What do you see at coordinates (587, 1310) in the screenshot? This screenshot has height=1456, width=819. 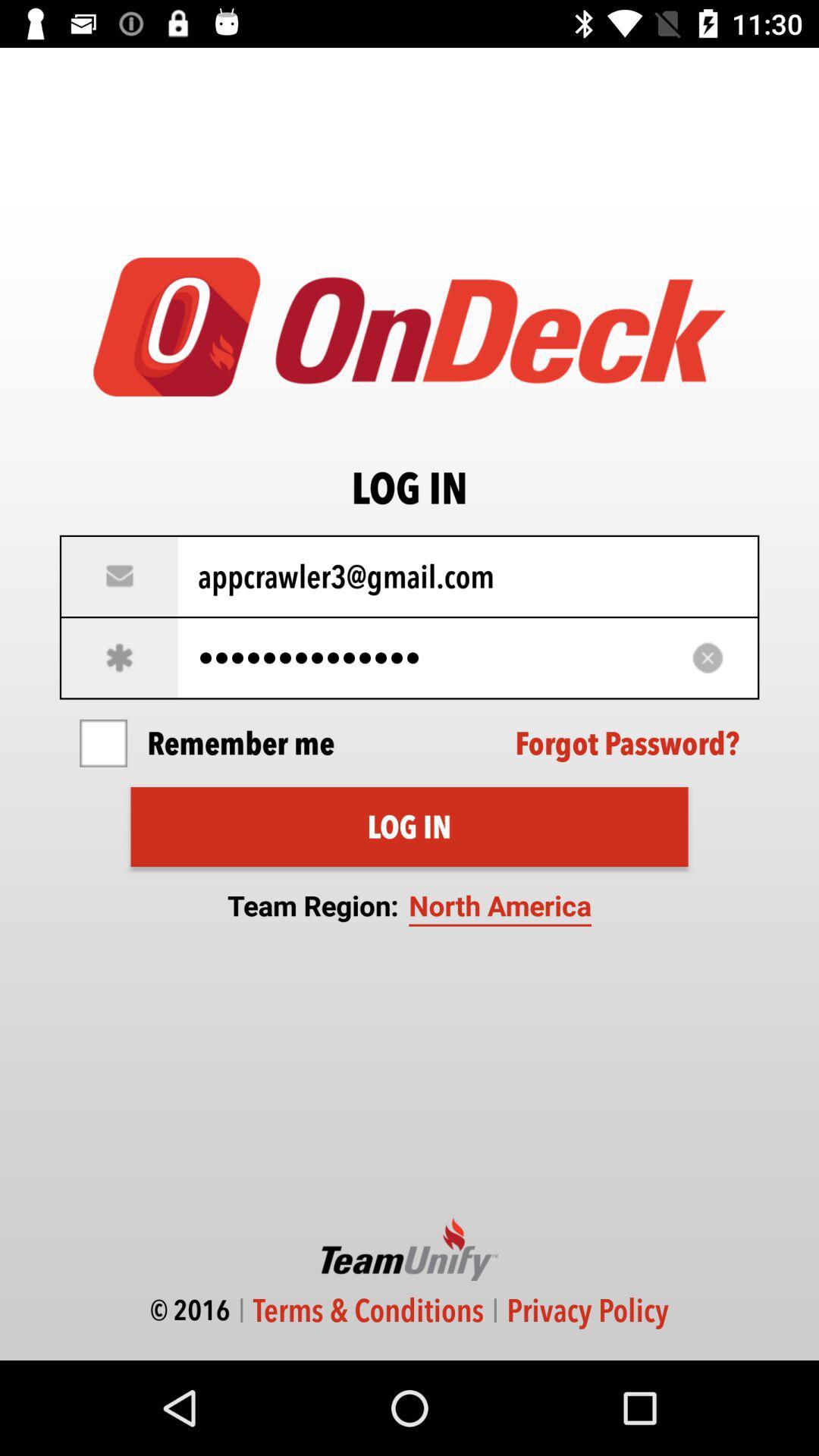 I see `icon at the bottom right corner` at bounding box center [587, 1310].